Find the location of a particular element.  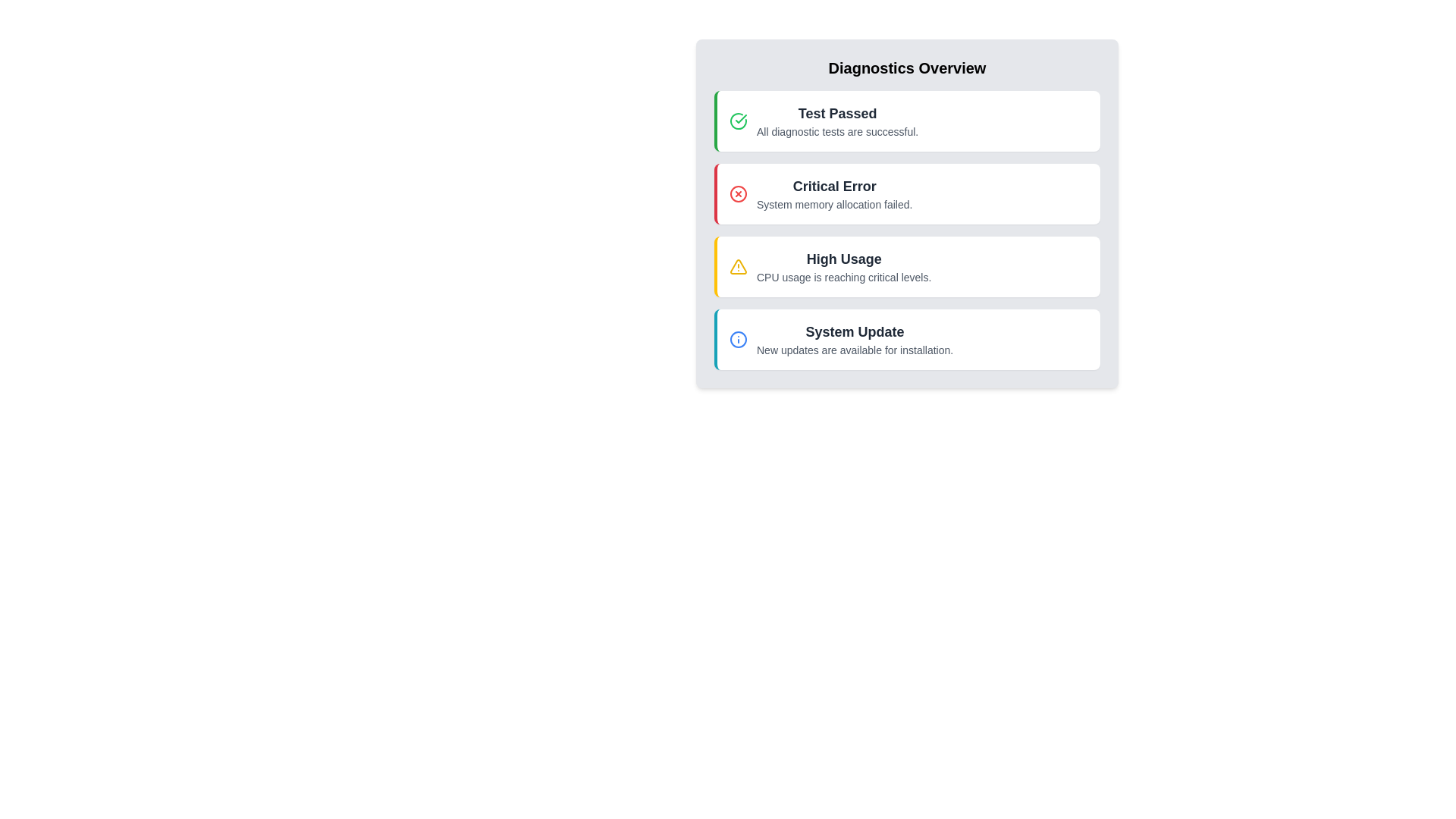

the SVG Circle element, which is visually represented as a circular shape within a blue-colored info icon next to the 'System Update' text is located at coordinates (739, 338).